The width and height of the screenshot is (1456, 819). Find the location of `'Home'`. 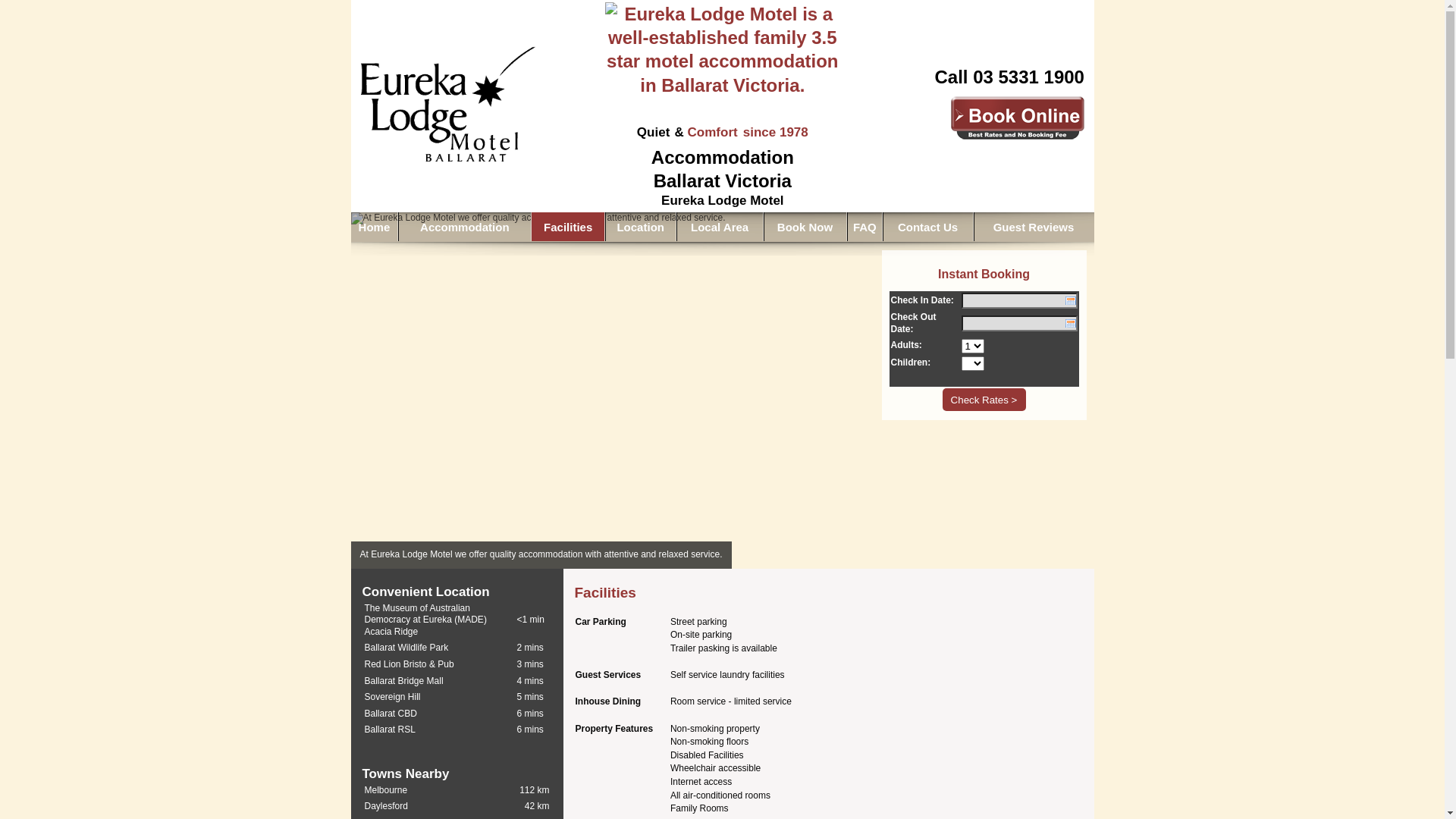

'Home' is located at coordinates (374, 227).